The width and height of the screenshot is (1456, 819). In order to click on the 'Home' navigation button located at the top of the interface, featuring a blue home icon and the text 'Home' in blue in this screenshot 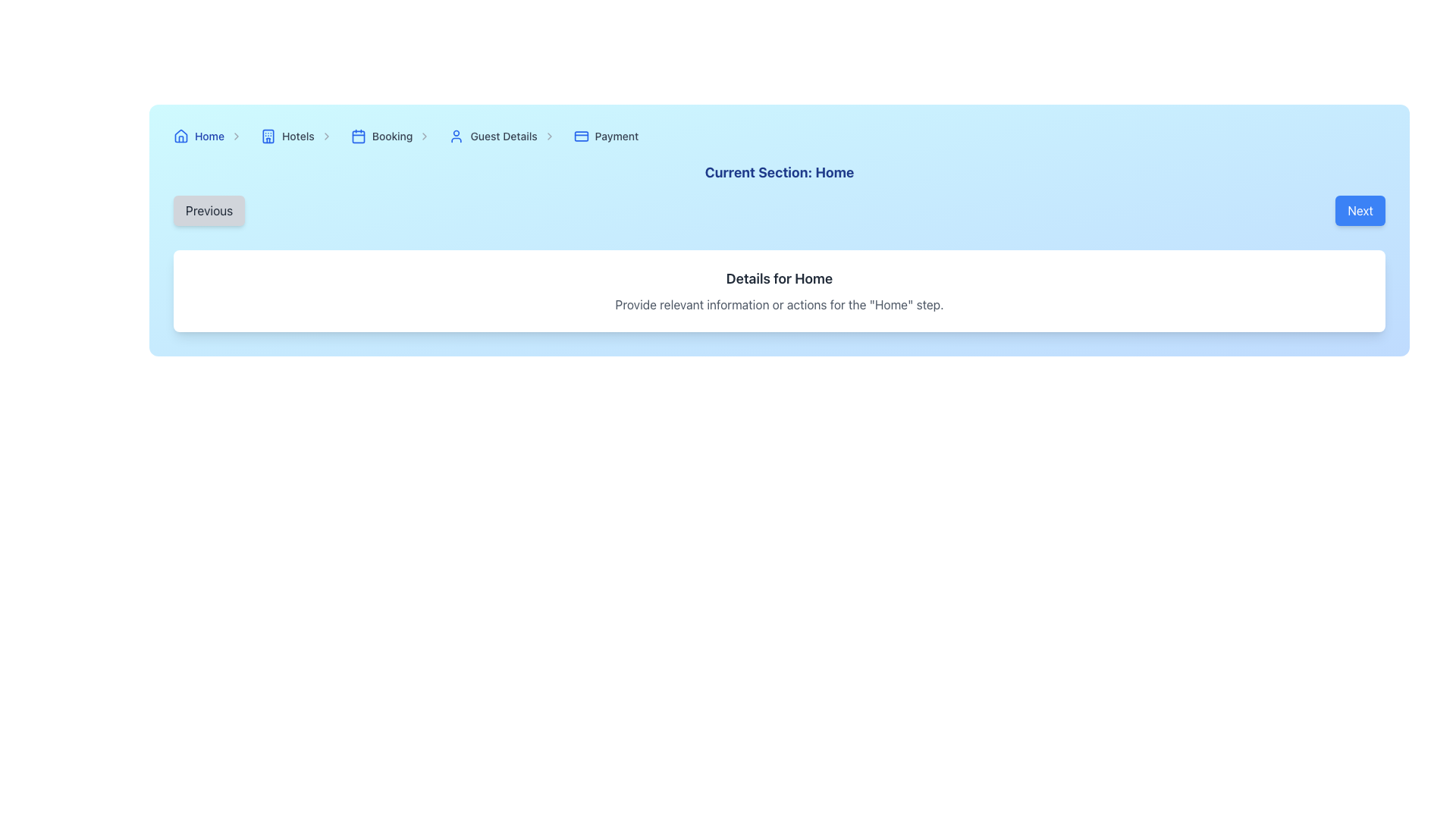, I will do `click(210, 136)`.